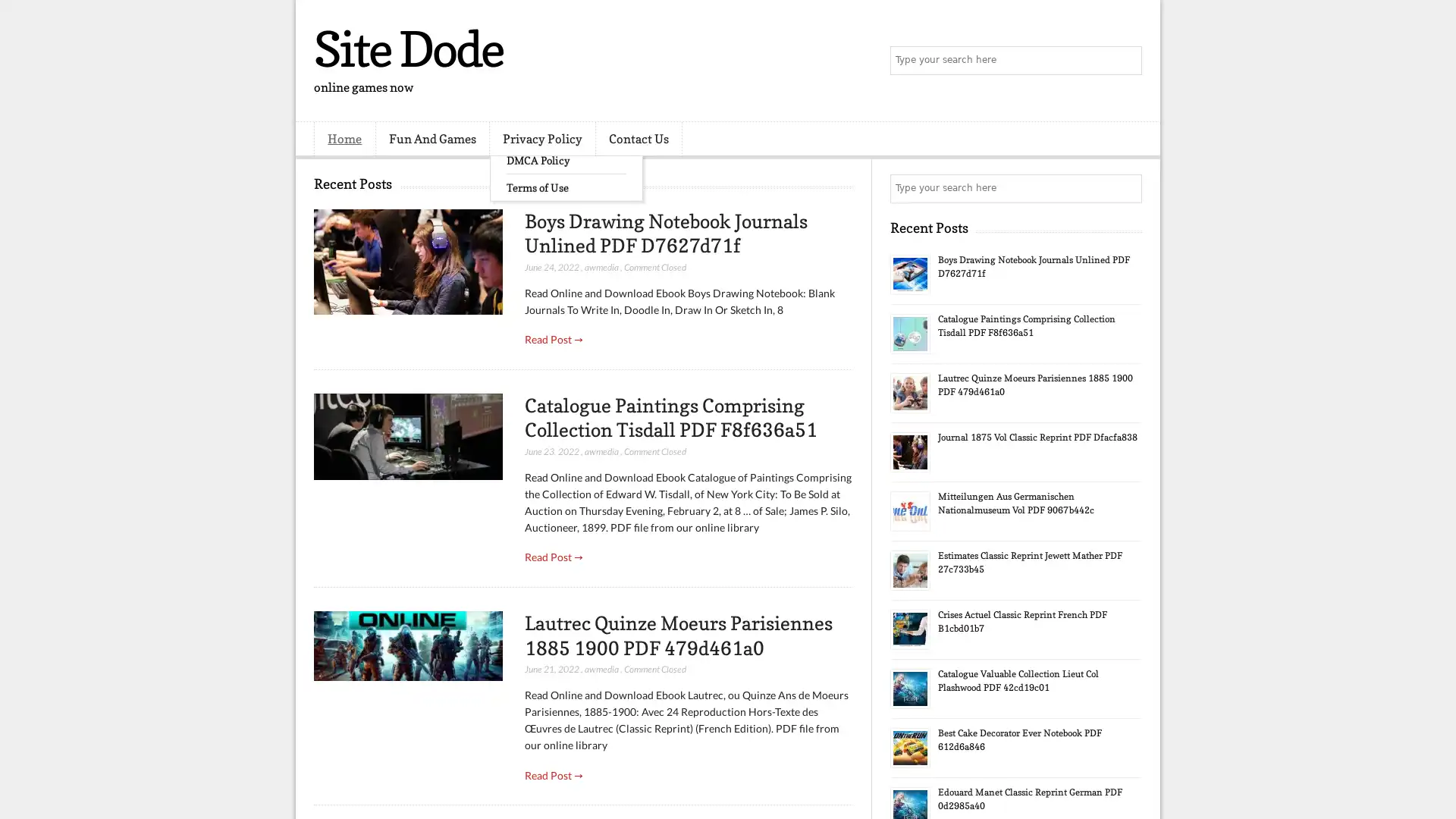 Image resolution: width=1456 pixels, height=819 pixels. Describe the element at coordinates (1126, 61) in the screenshot. I see `Search` at that location.